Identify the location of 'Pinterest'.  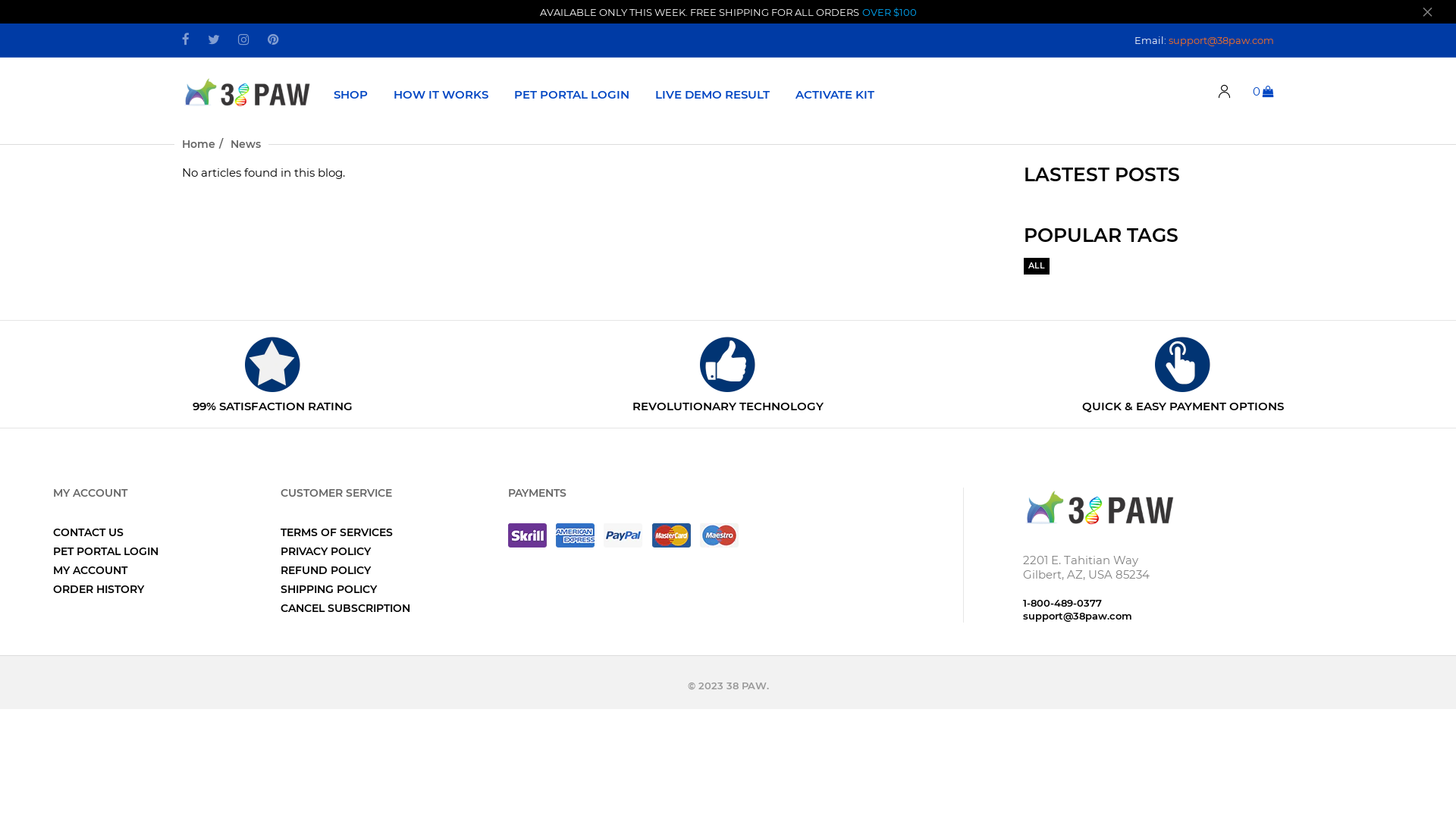
(273, 39).